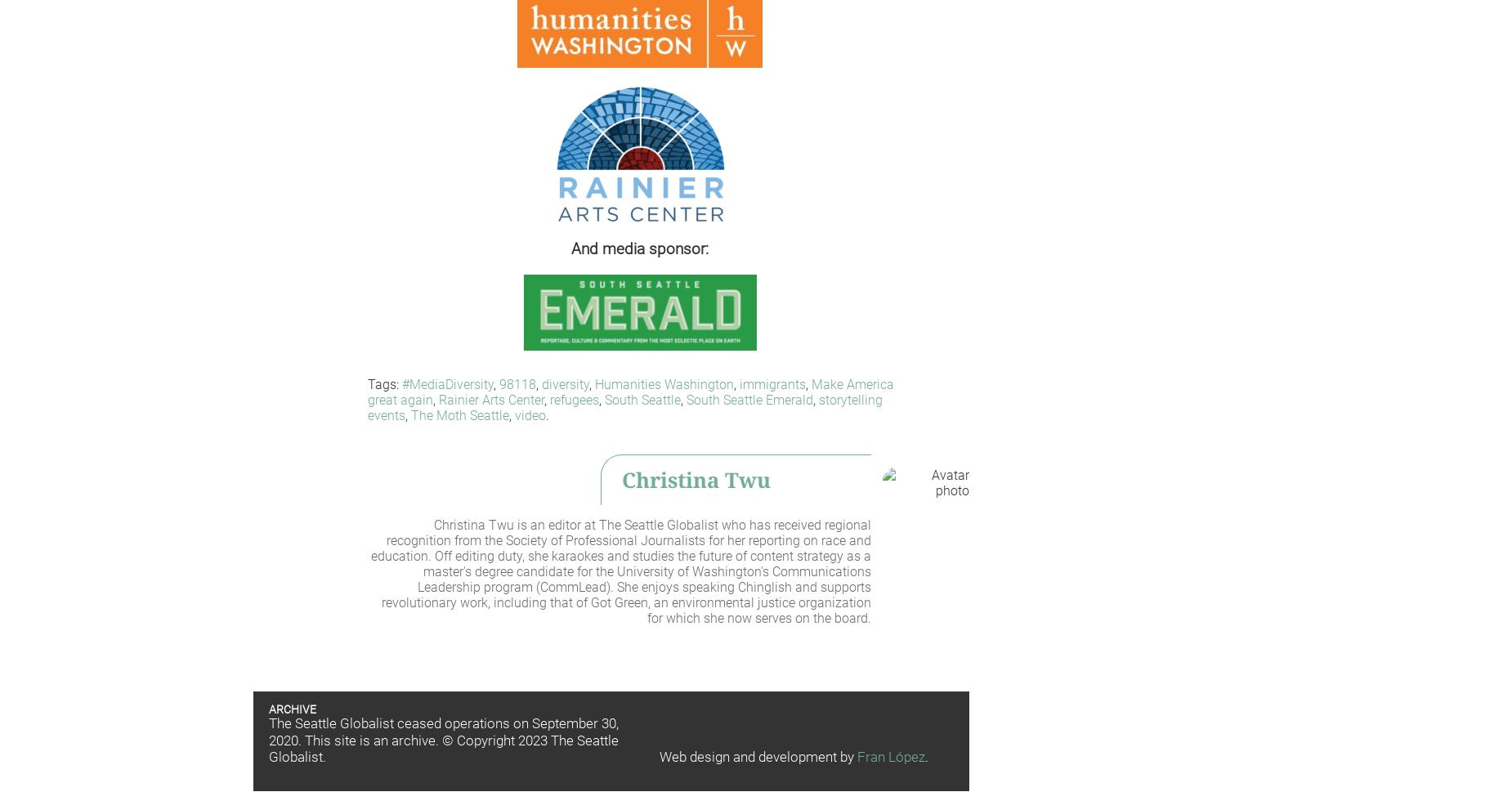 The width and height of the screenshot is (1512, 801). Describe the element at coordinates (620, 571) in the screenshot. I see `'Christina Twu is an editor at The Seattle Globalist who has received regional recognition from the Society of Professional Journalists for her reporting on race and education. Off editing duty, she karaokes and studies the future of content strategy as a master's degree candidate for the University of Washington's Communications Leadership program (CommLead). She enjoys speaking Chinglish and supports revolutionary work, including that of Got Green, an environmental justice organization for which she now serves on the board.'` at that location.